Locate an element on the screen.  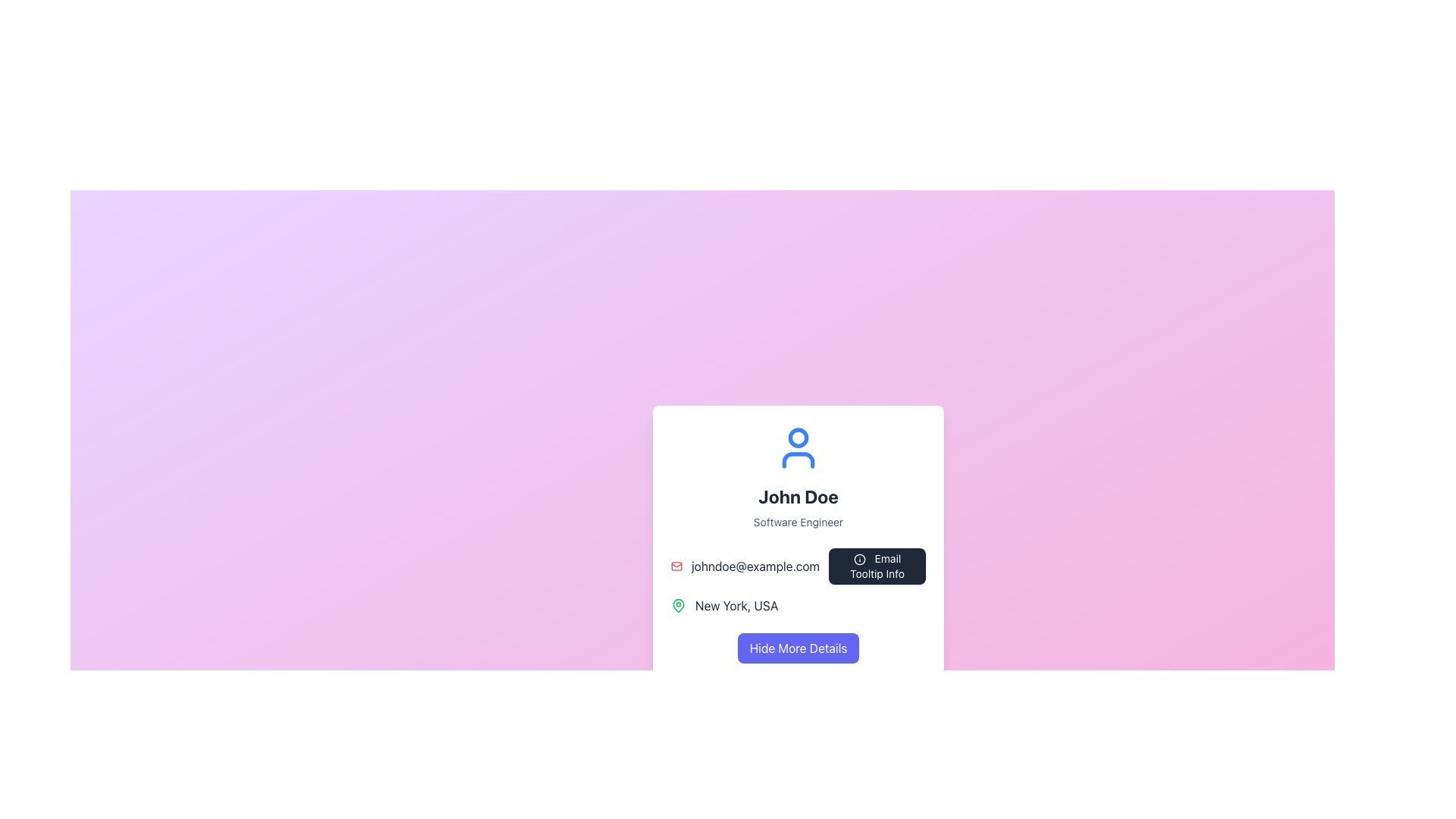
the text displaying the email address 'johndoe@example.com' in black by clicking on it is located at coordinates (797, 566).